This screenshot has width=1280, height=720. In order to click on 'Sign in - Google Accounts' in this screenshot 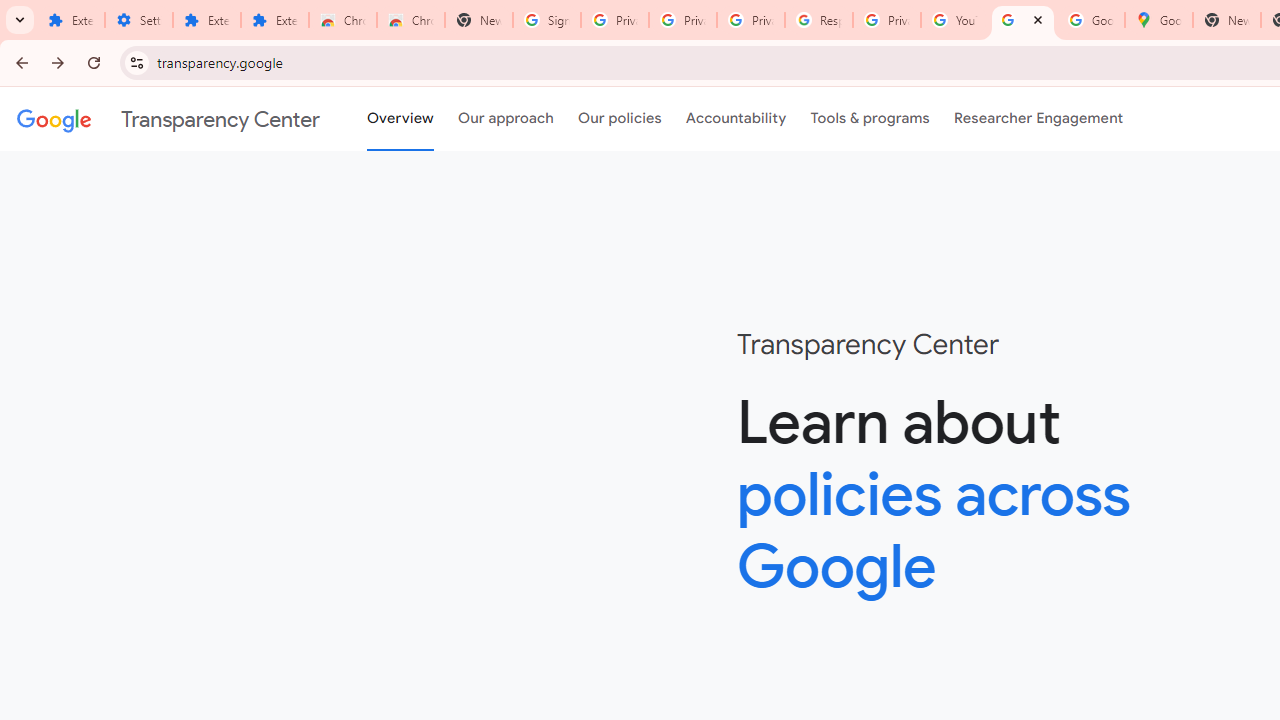, I will do `click(547, 20)`.